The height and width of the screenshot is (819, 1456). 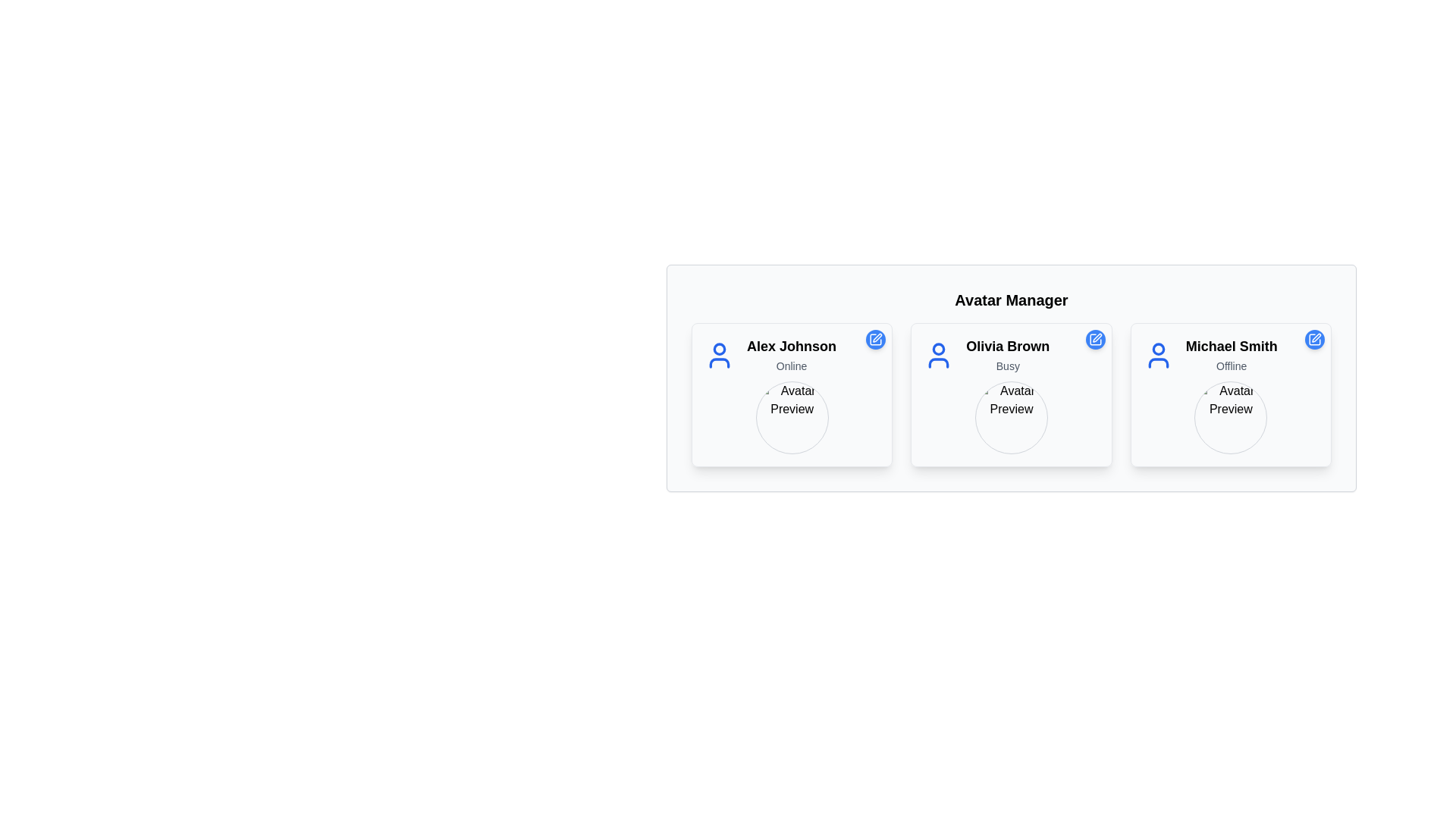 I want to click on the circular blue button containing the edit icon for Olivia Brown's profile, so click(x=1095, y=338).